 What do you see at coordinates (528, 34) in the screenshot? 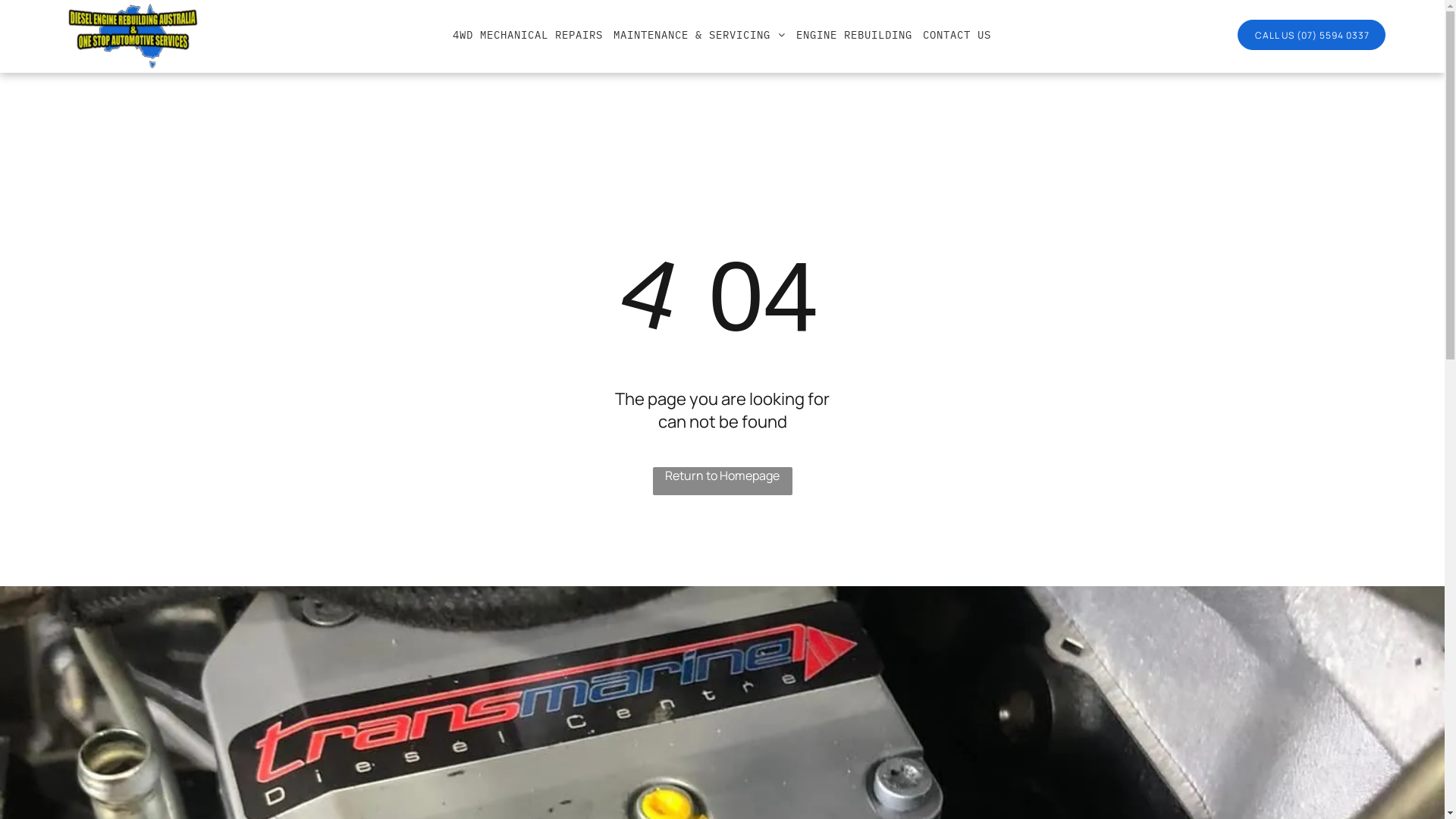
I see `'4WD MECHANICAL REPAIRS'` at bounding box center [528, 34].